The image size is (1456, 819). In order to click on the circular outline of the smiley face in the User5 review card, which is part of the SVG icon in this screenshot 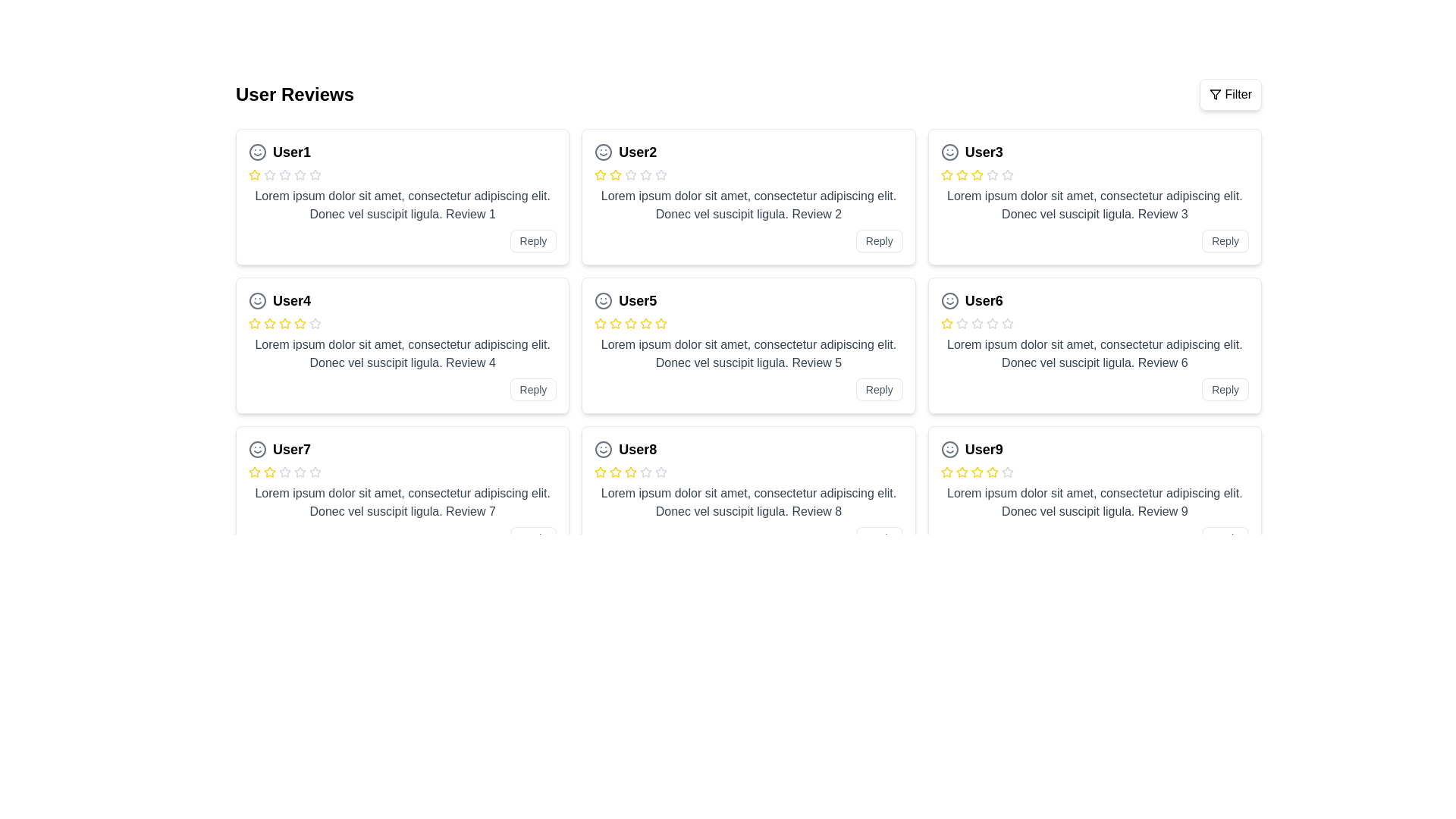, I will do `click(603, 301)`.